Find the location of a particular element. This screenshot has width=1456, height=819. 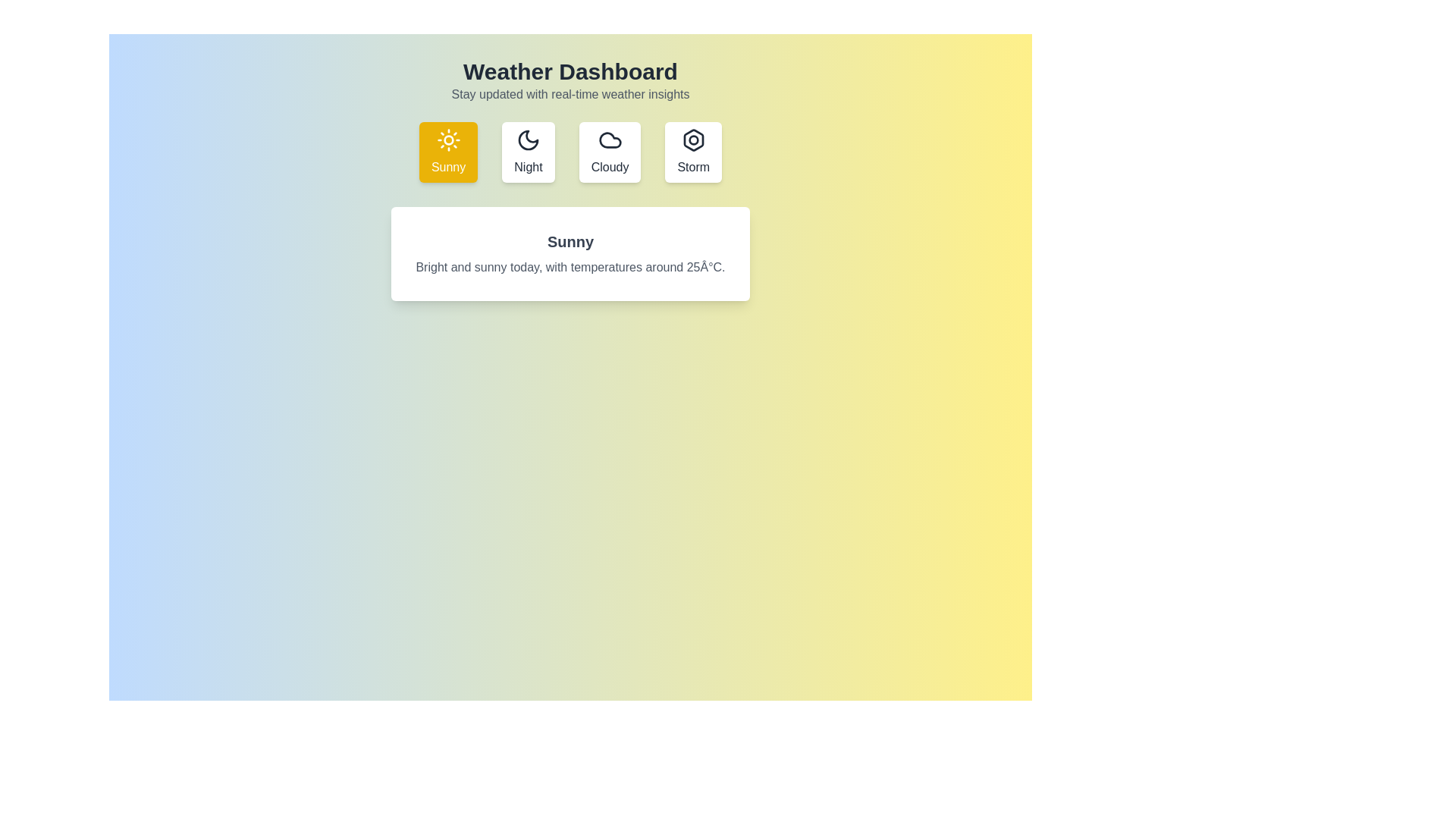

the Storm weather condition tab is located at coordinates (692, 152).